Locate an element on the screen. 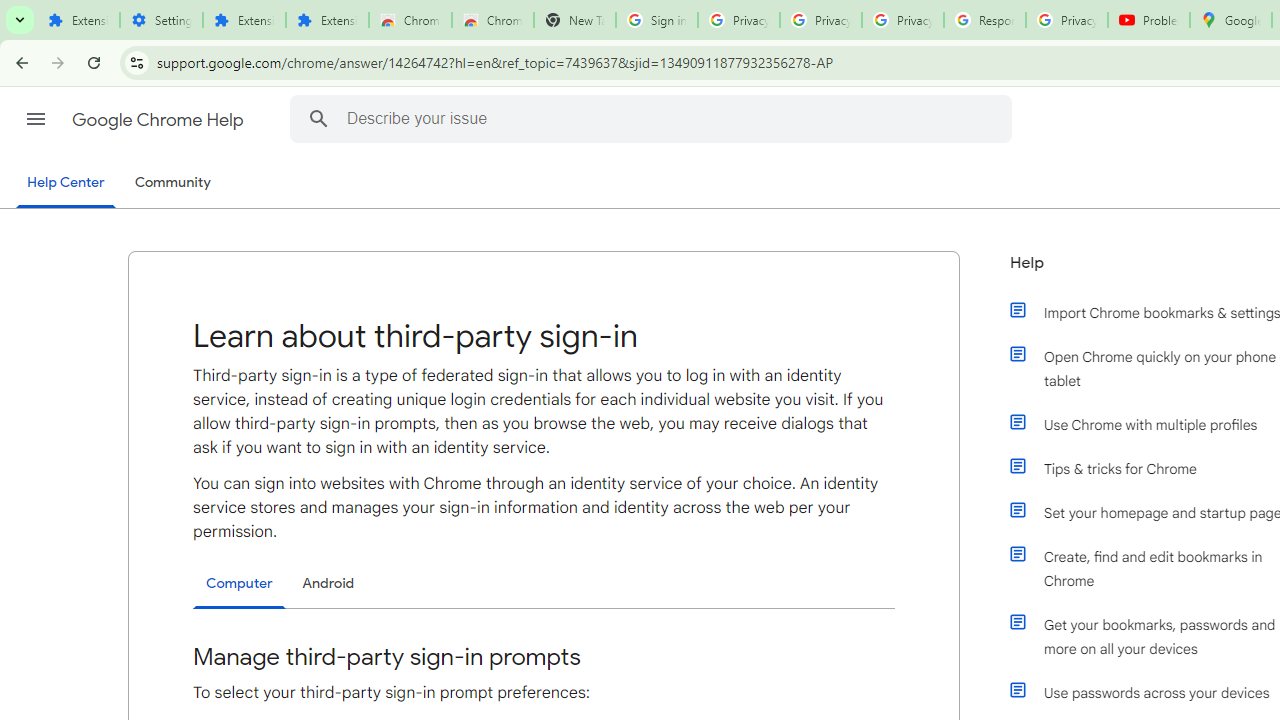 The image size is (1280, 720). 'New Tab' is located at coordinates (573, 20).